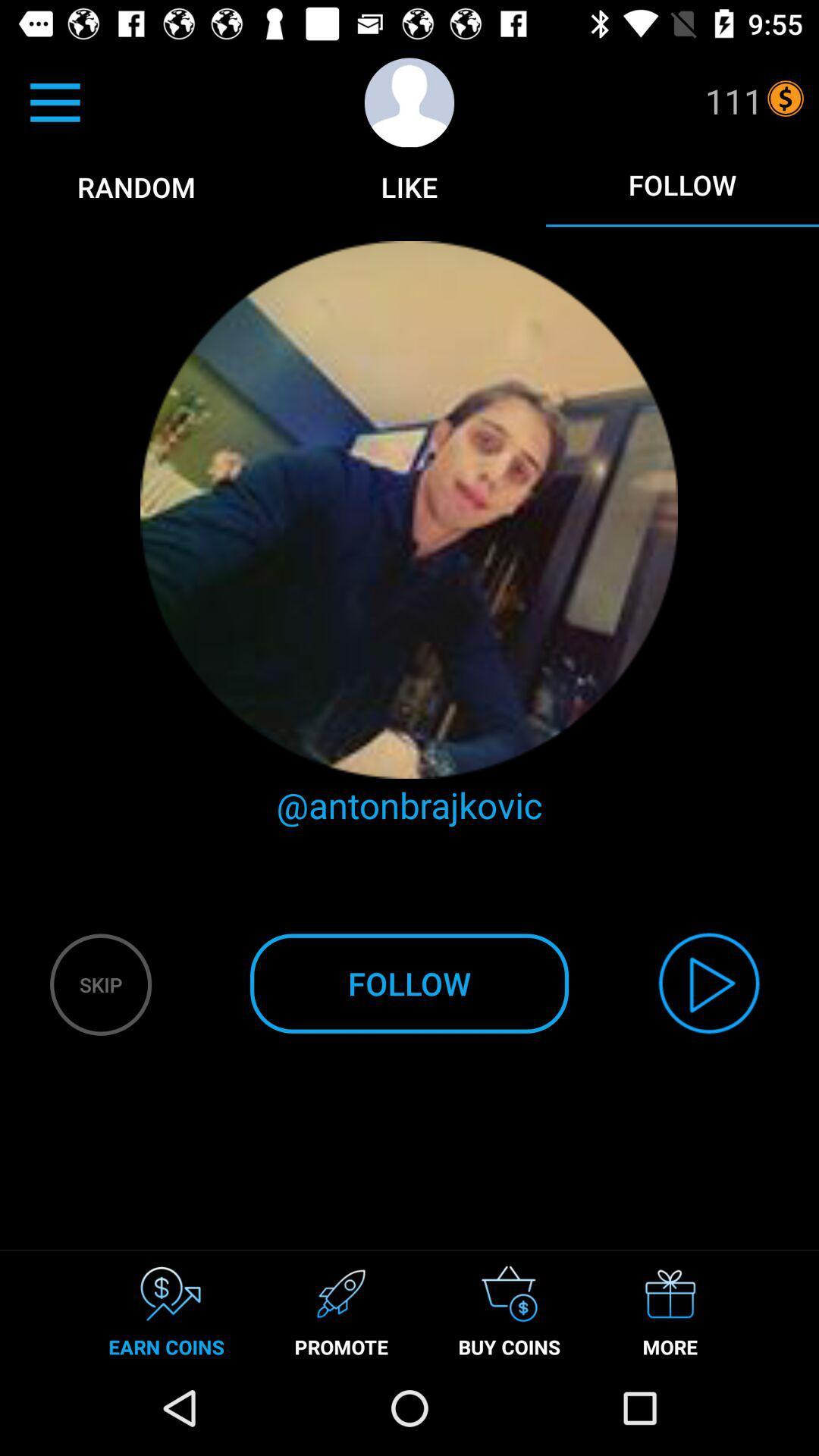 This screenshot has width=819, height=1456. I want to click on the 111, so click(733, 100).